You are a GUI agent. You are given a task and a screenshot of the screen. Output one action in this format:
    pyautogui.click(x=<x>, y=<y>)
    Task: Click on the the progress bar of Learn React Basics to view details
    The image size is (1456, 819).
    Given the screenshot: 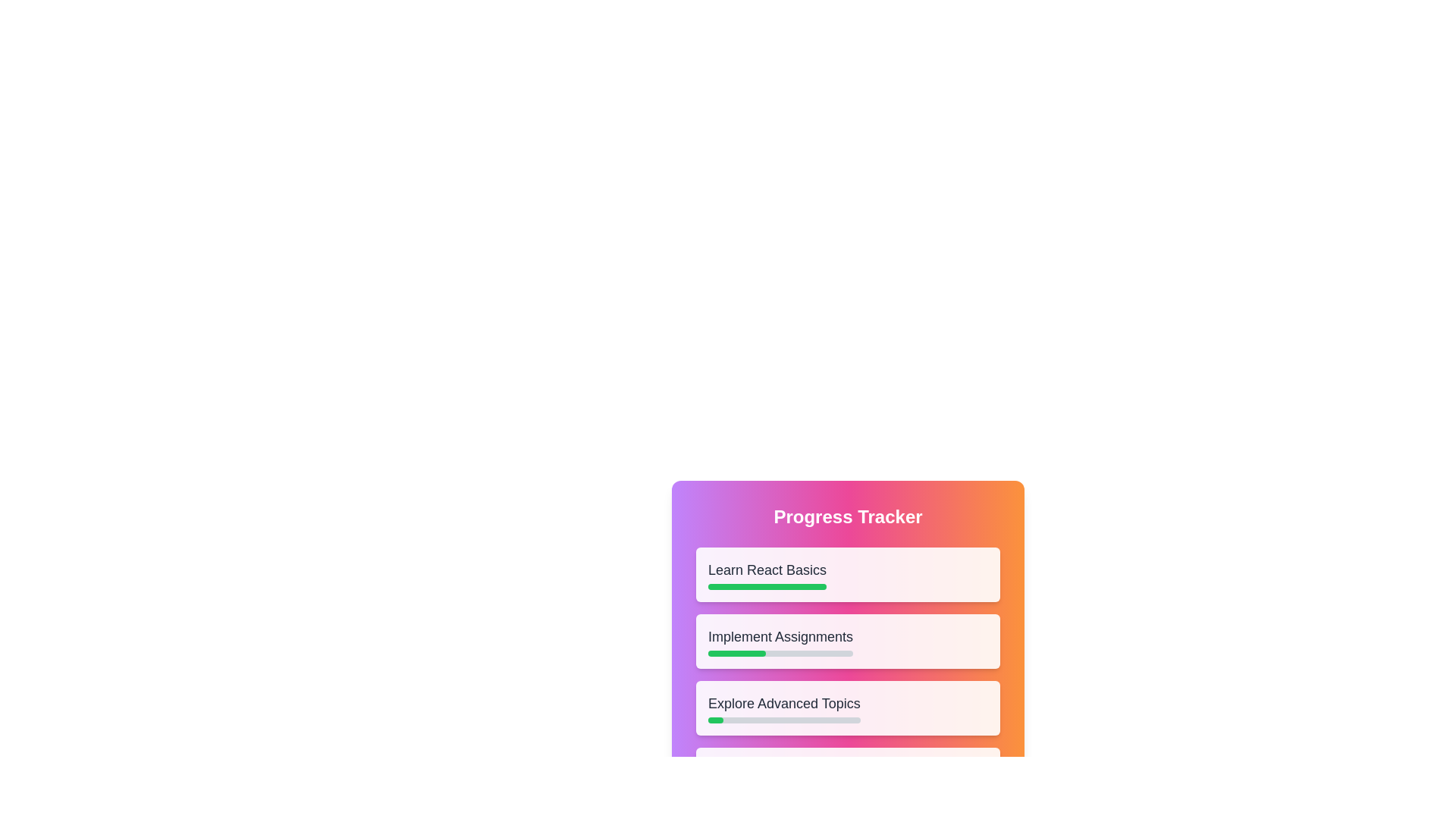 What is the action you would take?
    pyautogui.click(x=767, y=586)
    